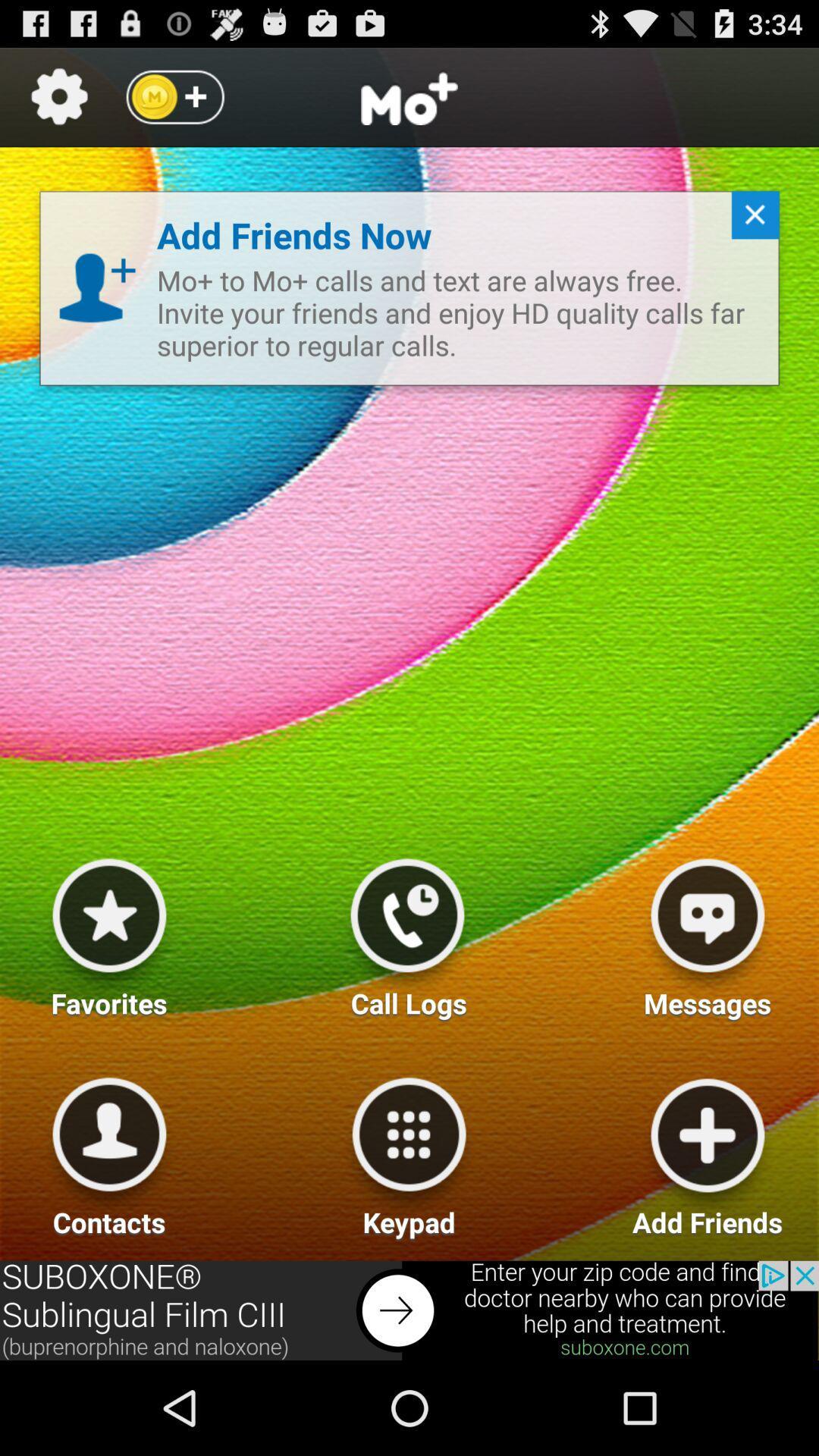  What do you see at coordinates (108, 931) in the screenshot?
I see `favorites` at bounding box center [108, 931].